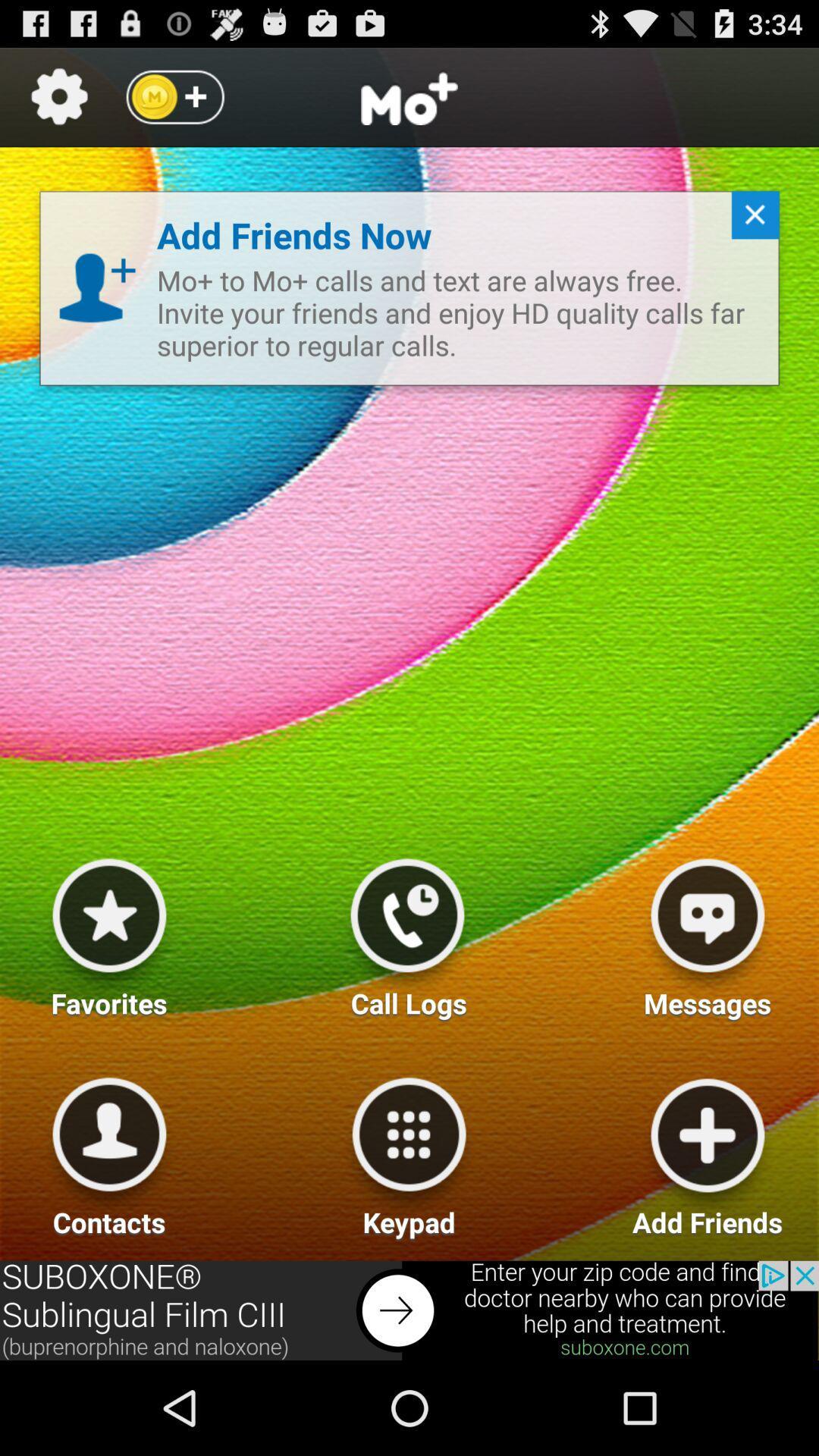  What do you see at coordinates (108, 931) in the screenshot?
I see `favorites` at bounding box center [108, 931].